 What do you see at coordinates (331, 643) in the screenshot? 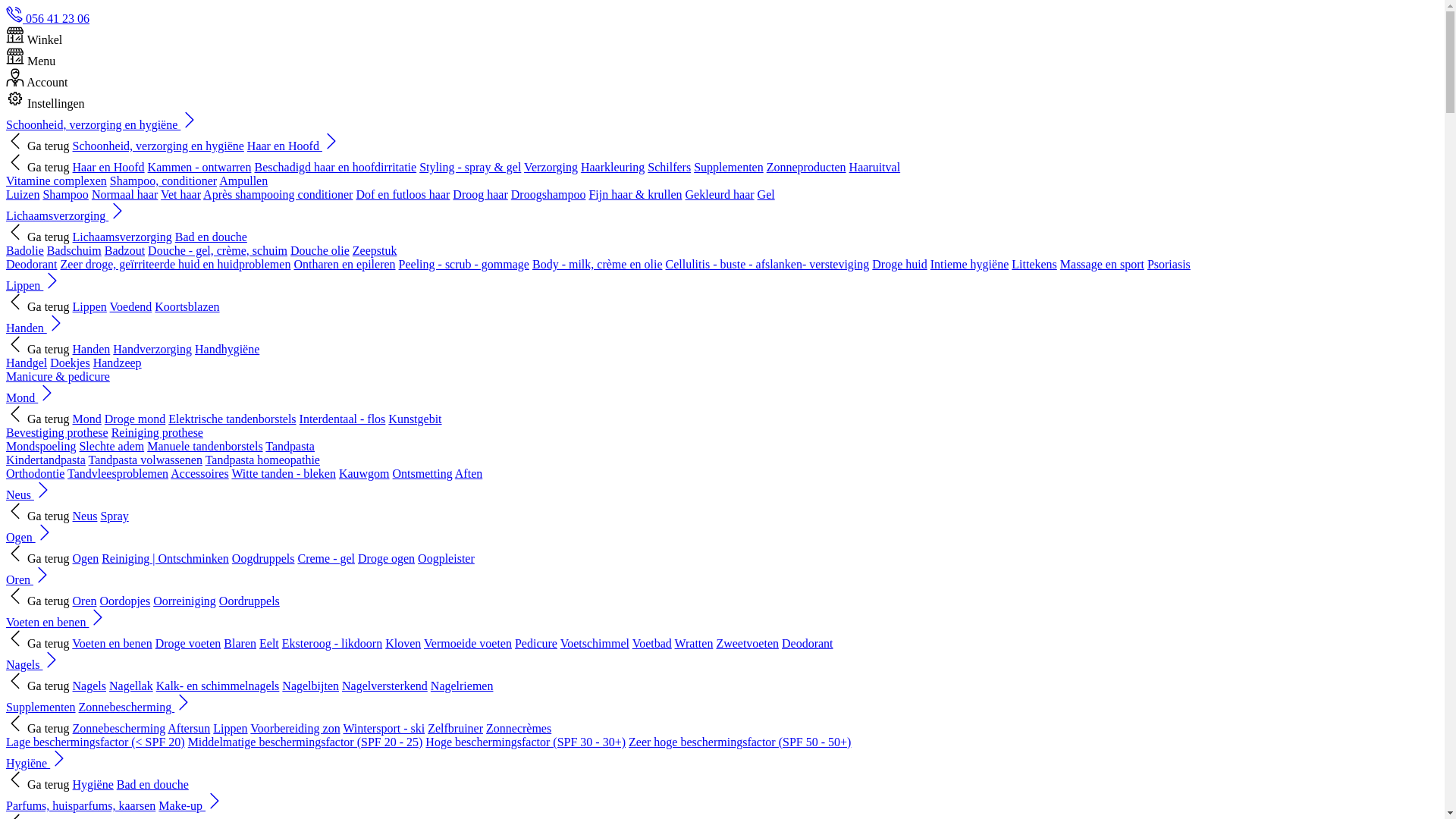
I see `'Eksteroog - likdoorn'` at bounding box center [331, 643].